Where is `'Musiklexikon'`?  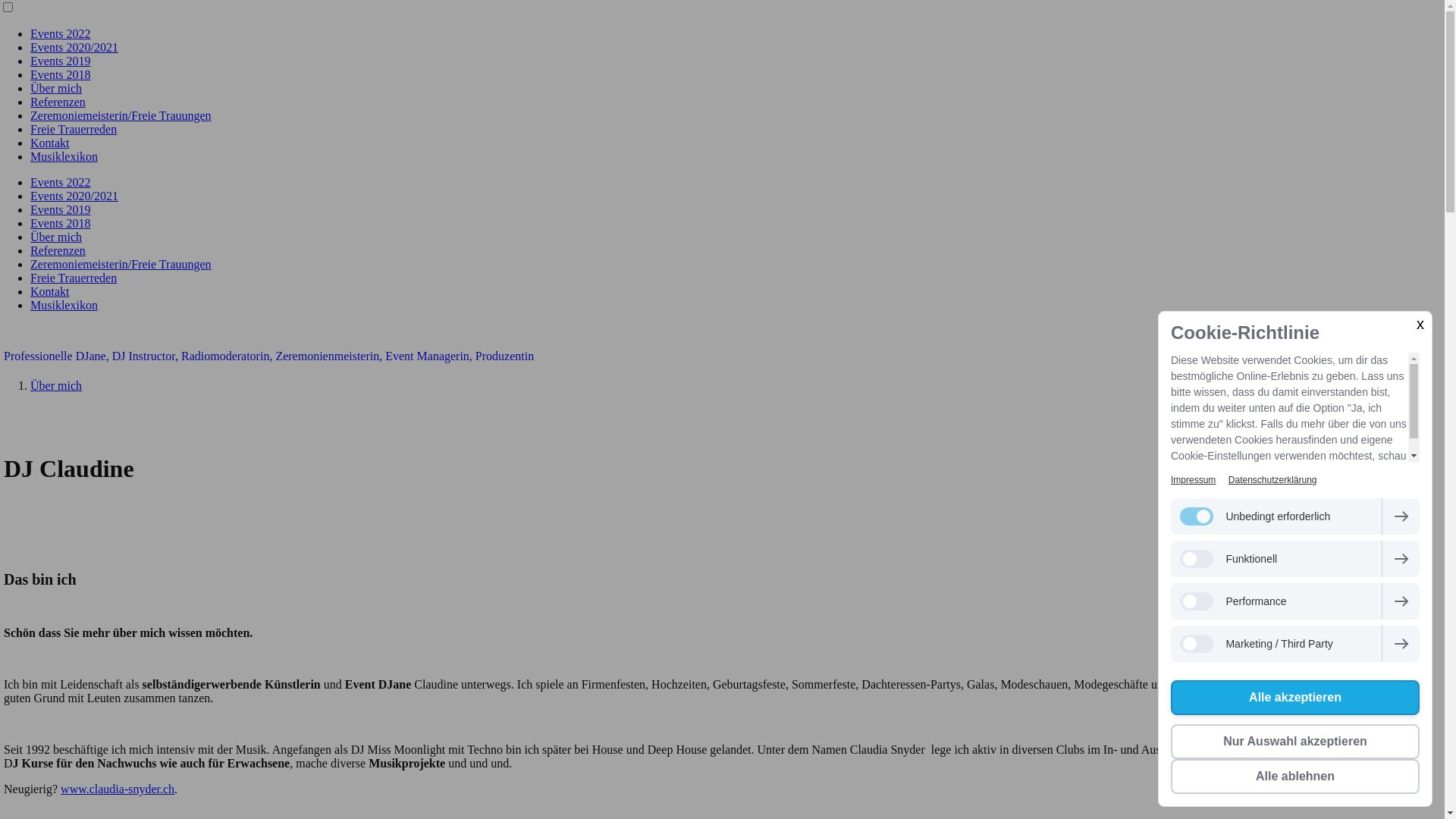 'Musiklexikon' is located at coordinates (63, 305).